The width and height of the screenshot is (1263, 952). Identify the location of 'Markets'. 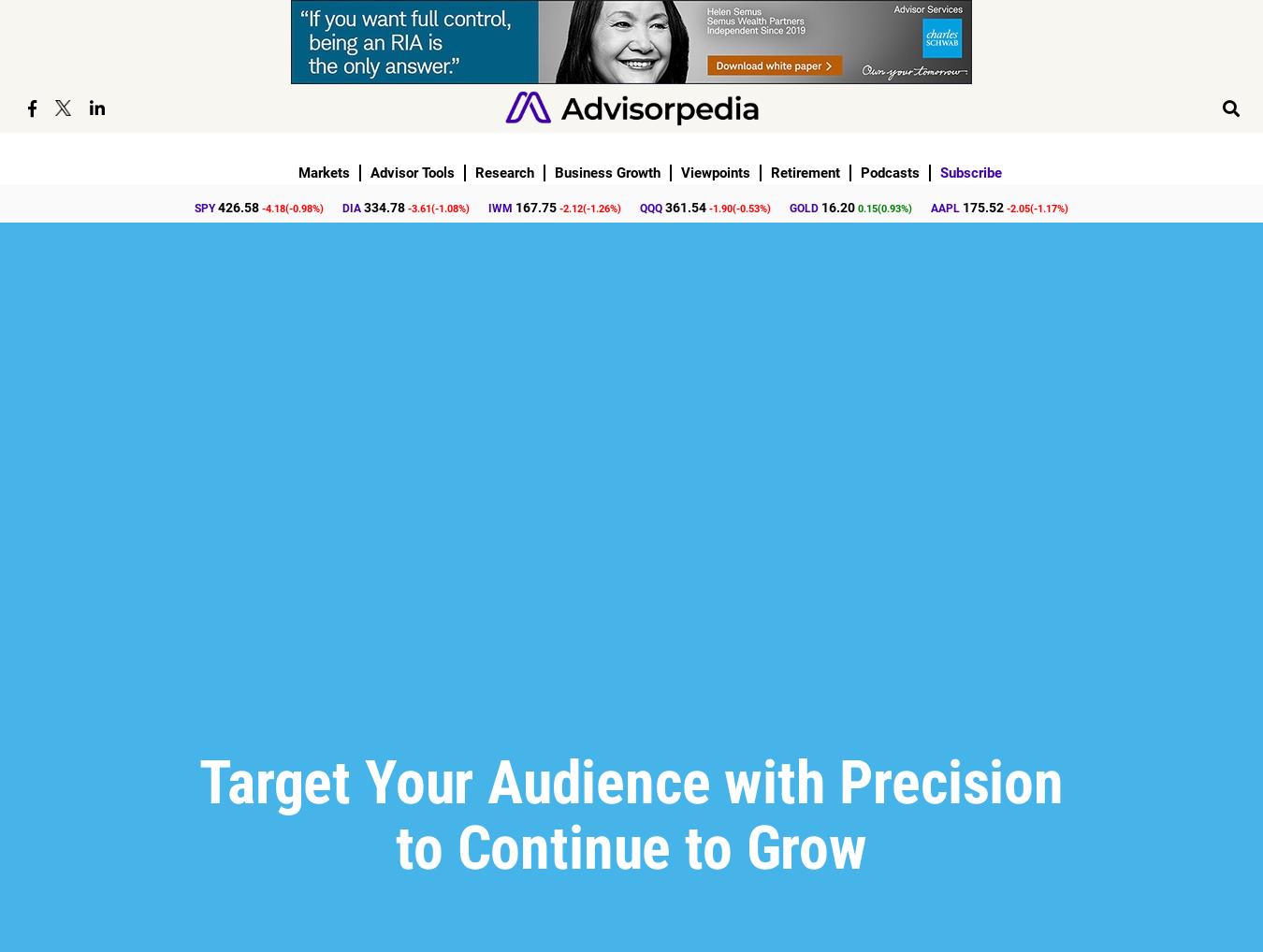
(298, 172).